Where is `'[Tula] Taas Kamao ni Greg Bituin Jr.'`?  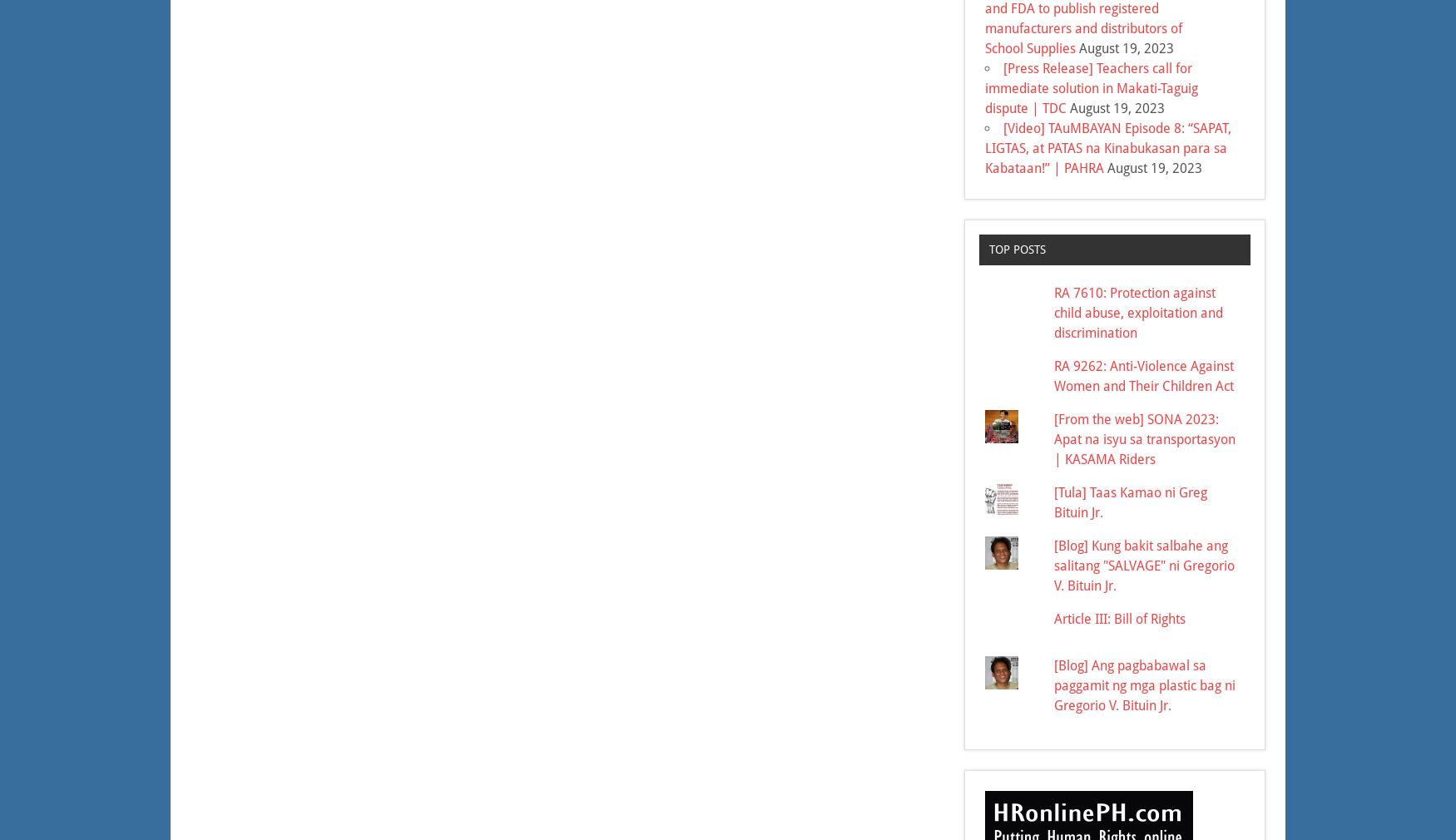
'[Tula] Taas Kamao ni Greg Bituin Jr.' is located at coordinates (1131, 501).